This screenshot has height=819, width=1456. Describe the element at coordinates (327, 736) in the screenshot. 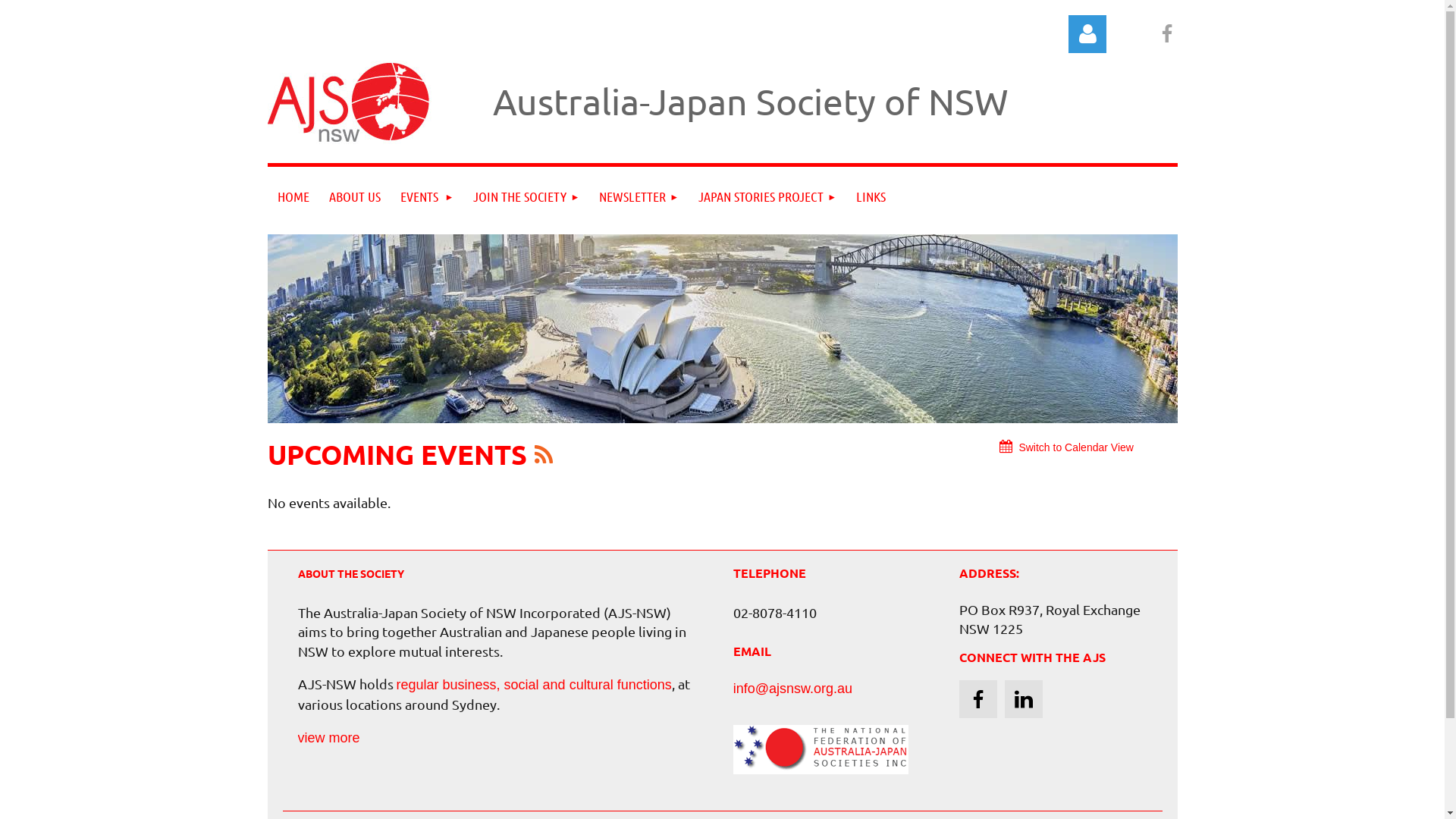

I see `'view more'` at that location.